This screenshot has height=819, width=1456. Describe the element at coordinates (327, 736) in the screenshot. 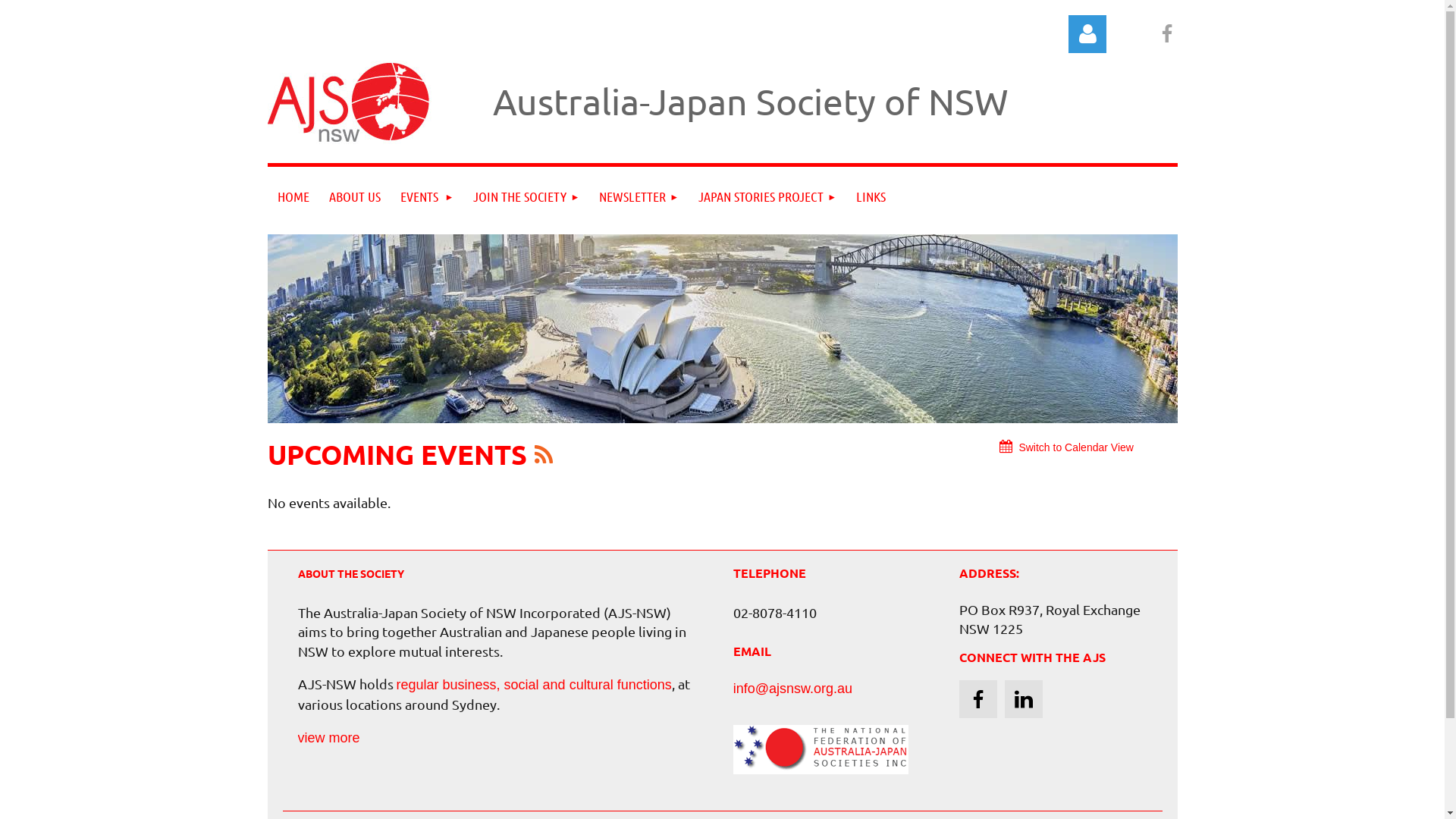

I see `'view more'` at that location.